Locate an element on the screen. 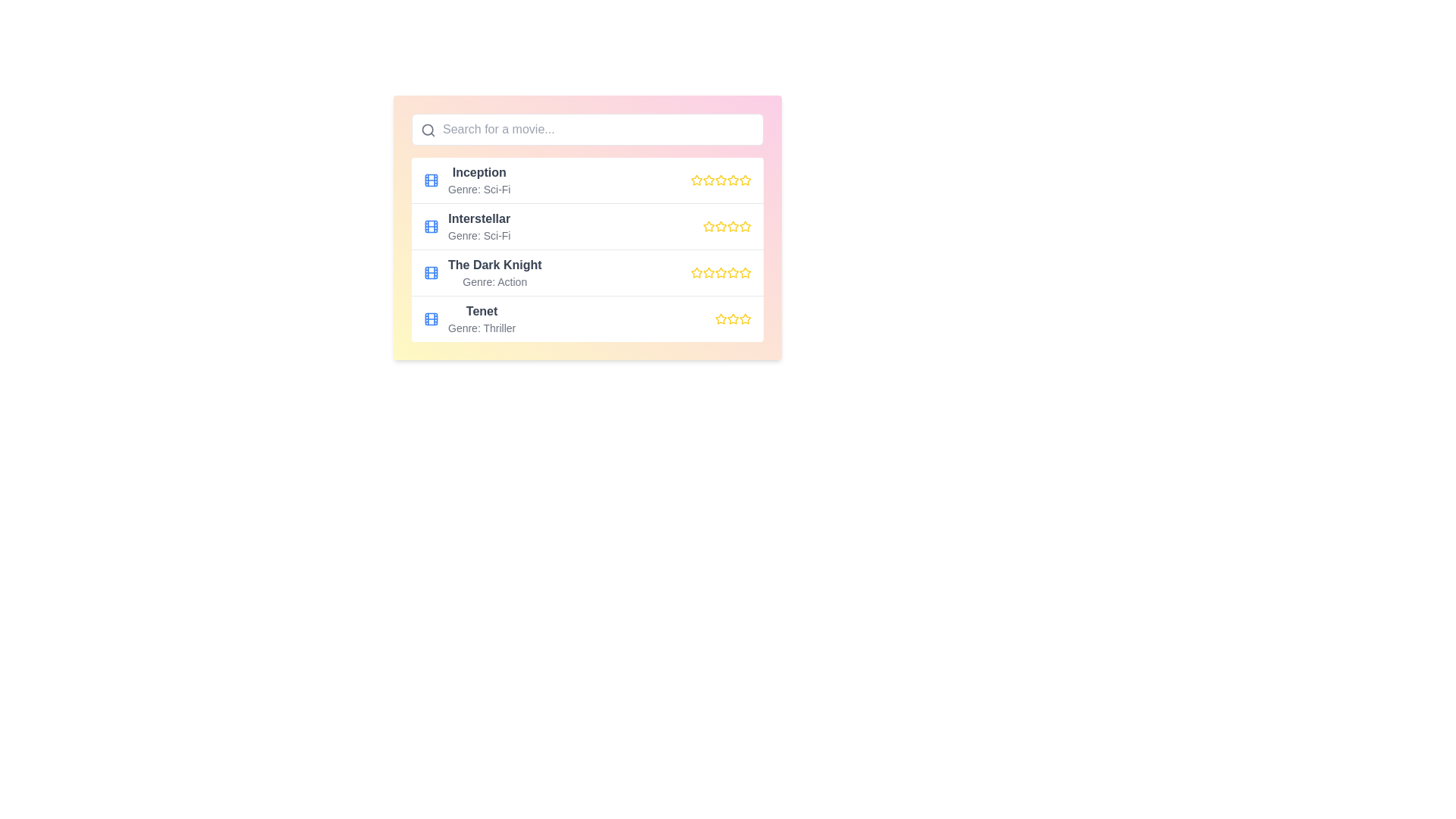  the second star-shaped icon from the left in the rating group for the movie 'Interstellar' is located at coordinates (720, 226).